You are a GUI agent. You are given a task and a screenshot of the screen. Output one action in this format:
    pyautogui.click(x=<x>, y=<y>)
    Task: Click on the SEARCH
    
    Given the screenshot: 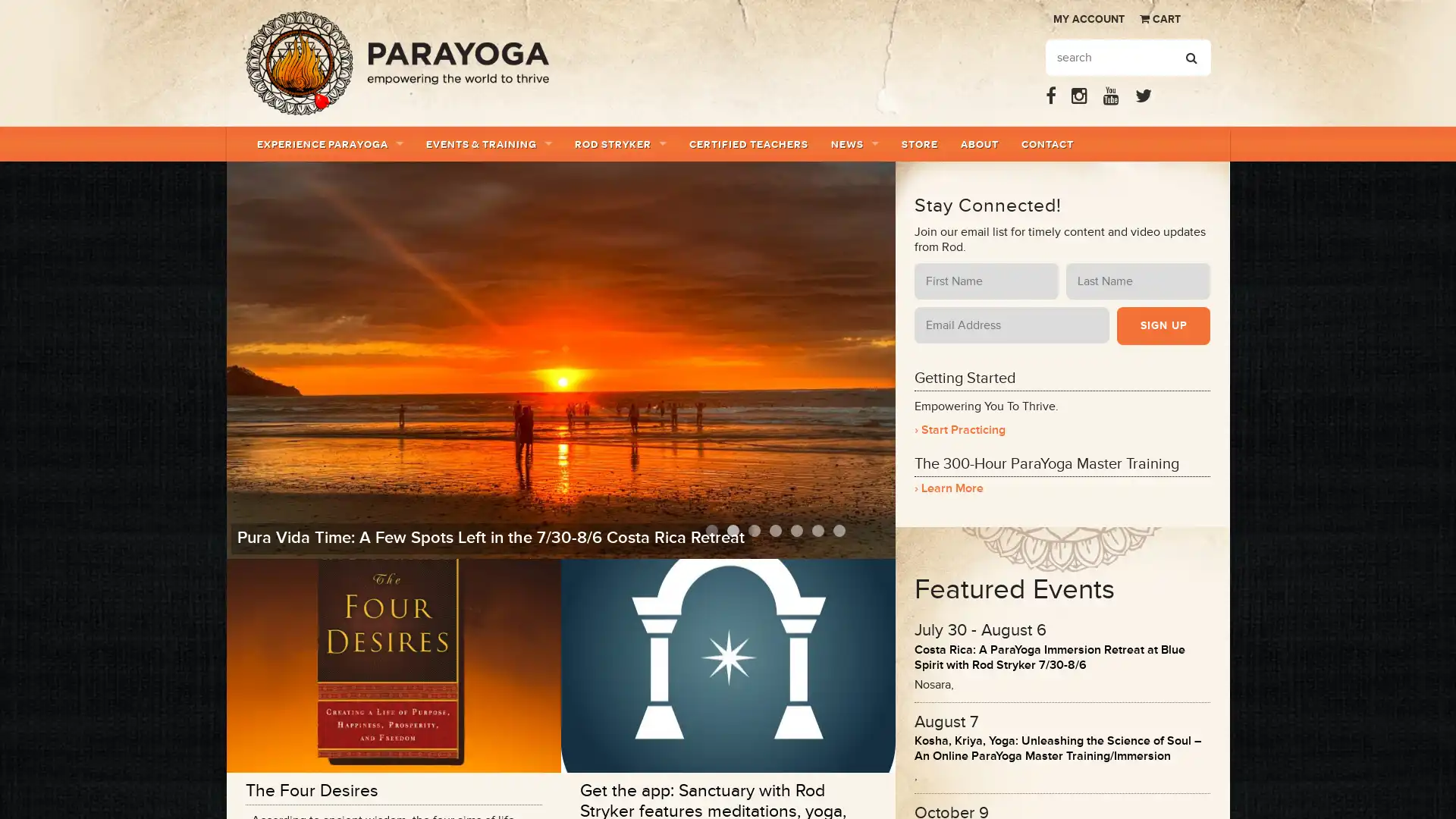 What is the action you would take?
    pyautogui.click(x=1190, y=58)
    